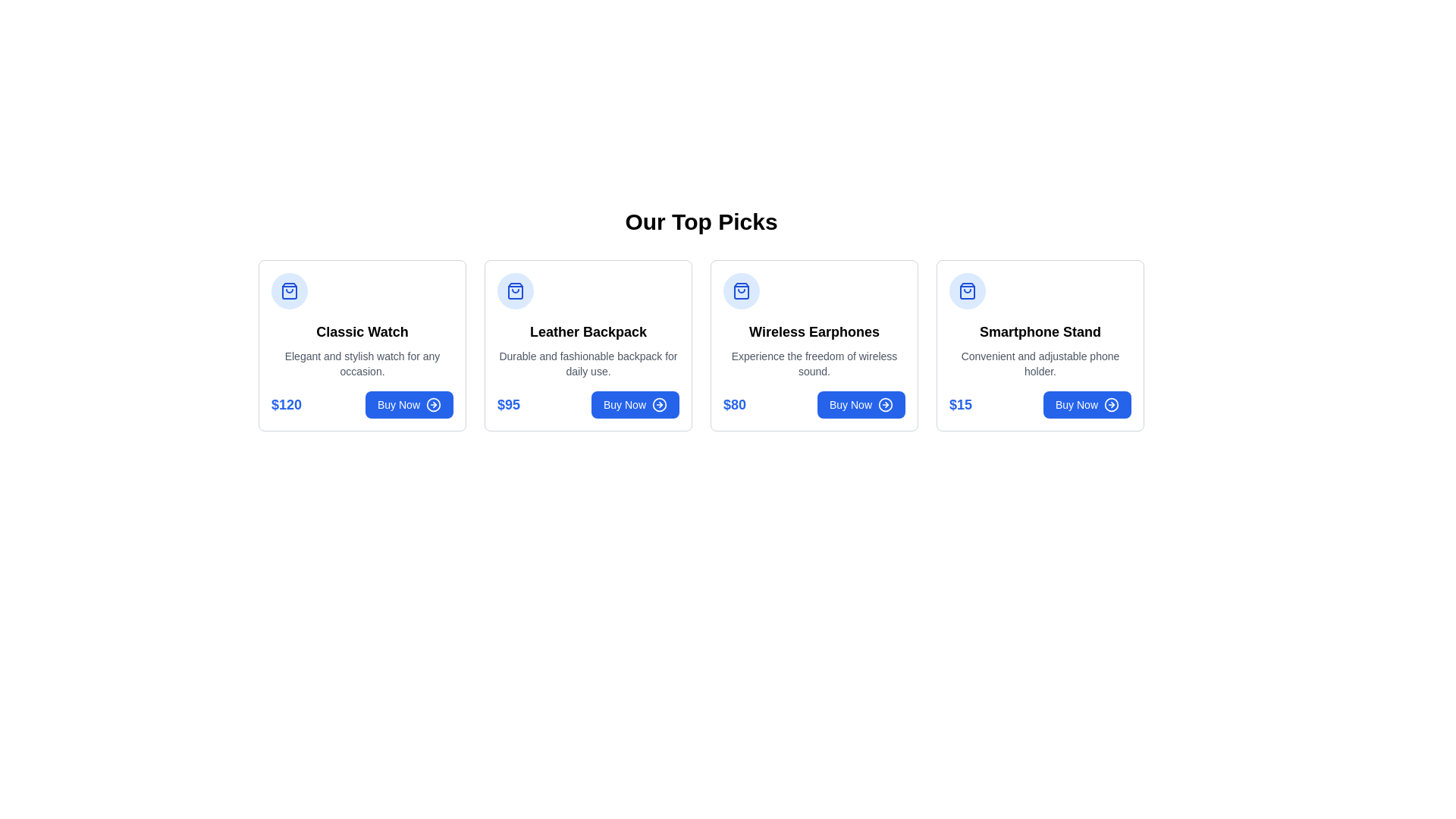 This screenshot has width=1456, height=819. What do you see at coordinates (432, 403) in the screenshot?
I see `the rightward-pointing arrow icon contained within a circular border on the 'Buy Now' button of the 'Wireless Earphones' product` at bounding box center [432, 403].